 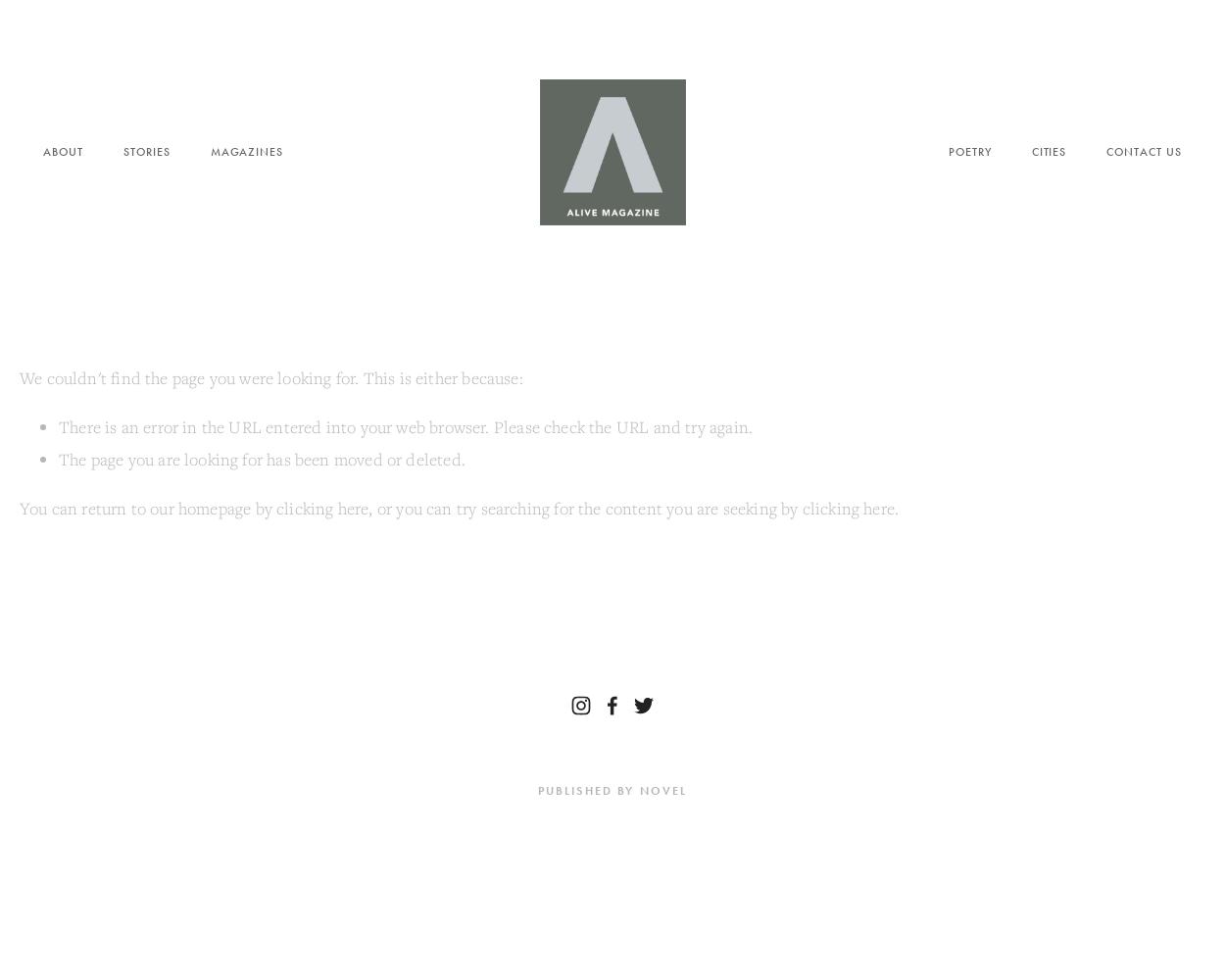 I want to click on 'There is an error in the URL entered into your web browser. Please check the URL and try again.', so click(x=406, y=426).